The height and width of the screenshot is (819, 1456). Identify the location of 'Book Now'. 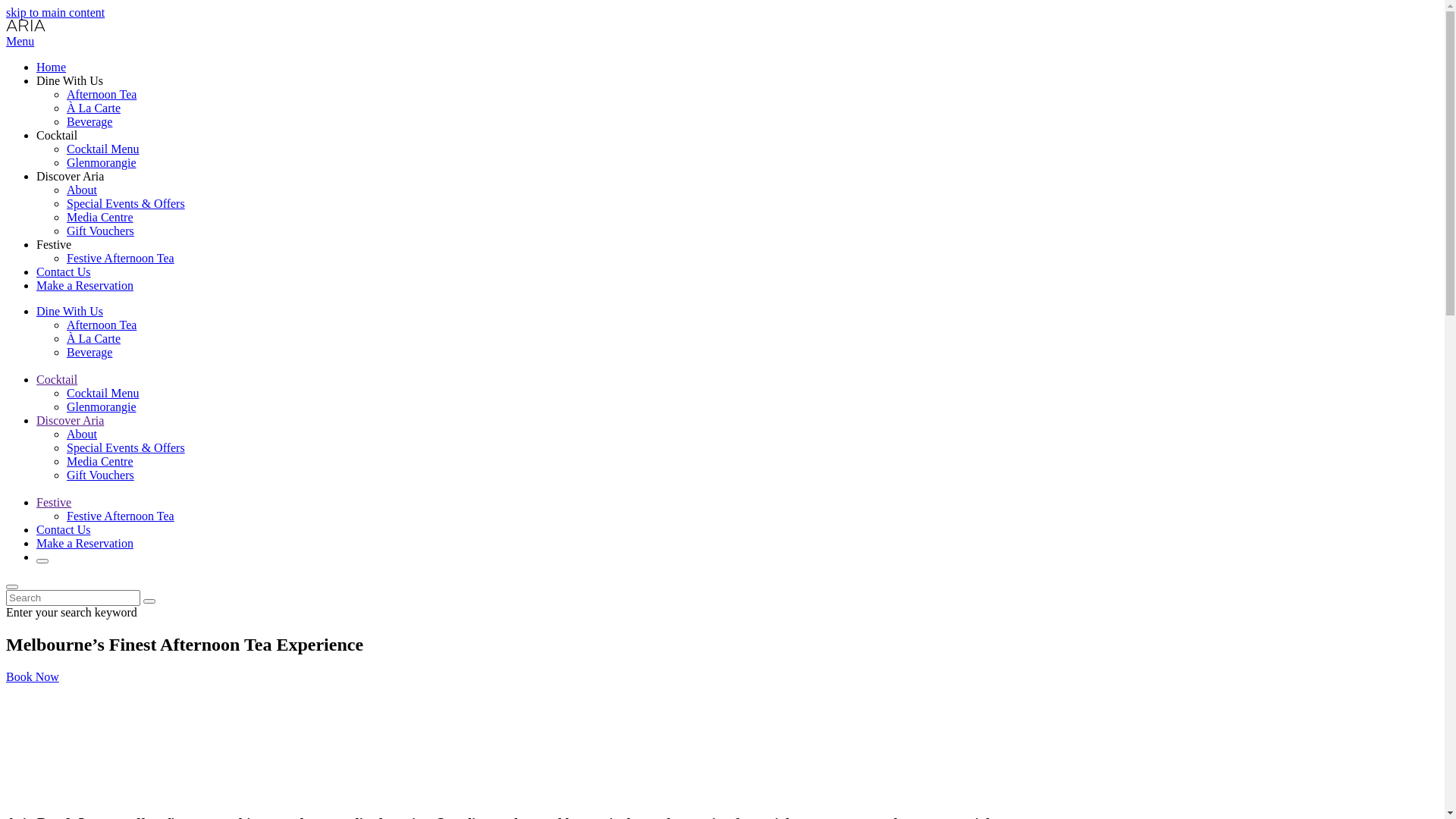
(33, 676).